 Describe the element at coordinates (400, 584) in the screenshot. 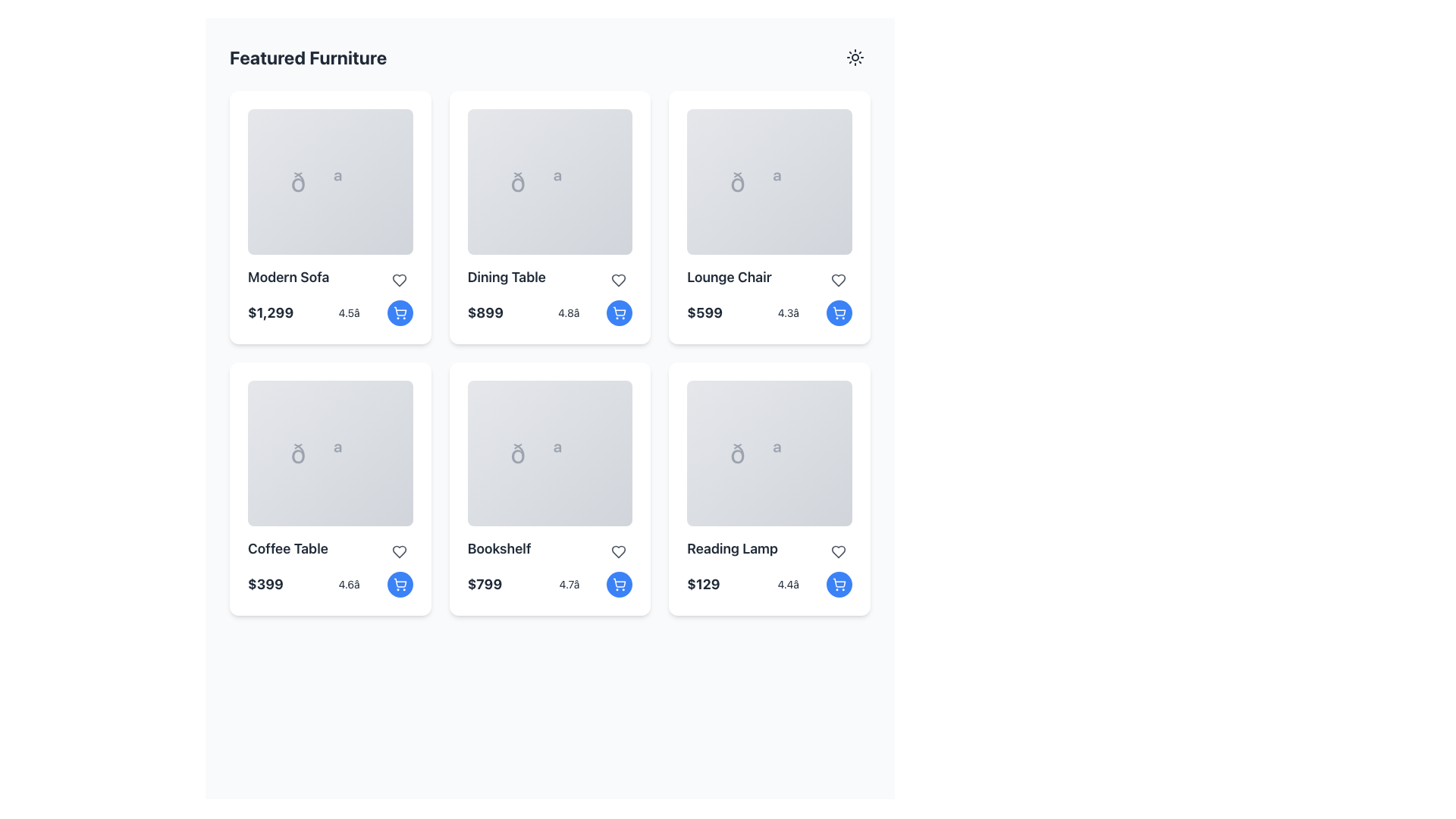

I see `the shopping cart button located at the bottom-right corner of the 'Coffee Table' card` at that location.